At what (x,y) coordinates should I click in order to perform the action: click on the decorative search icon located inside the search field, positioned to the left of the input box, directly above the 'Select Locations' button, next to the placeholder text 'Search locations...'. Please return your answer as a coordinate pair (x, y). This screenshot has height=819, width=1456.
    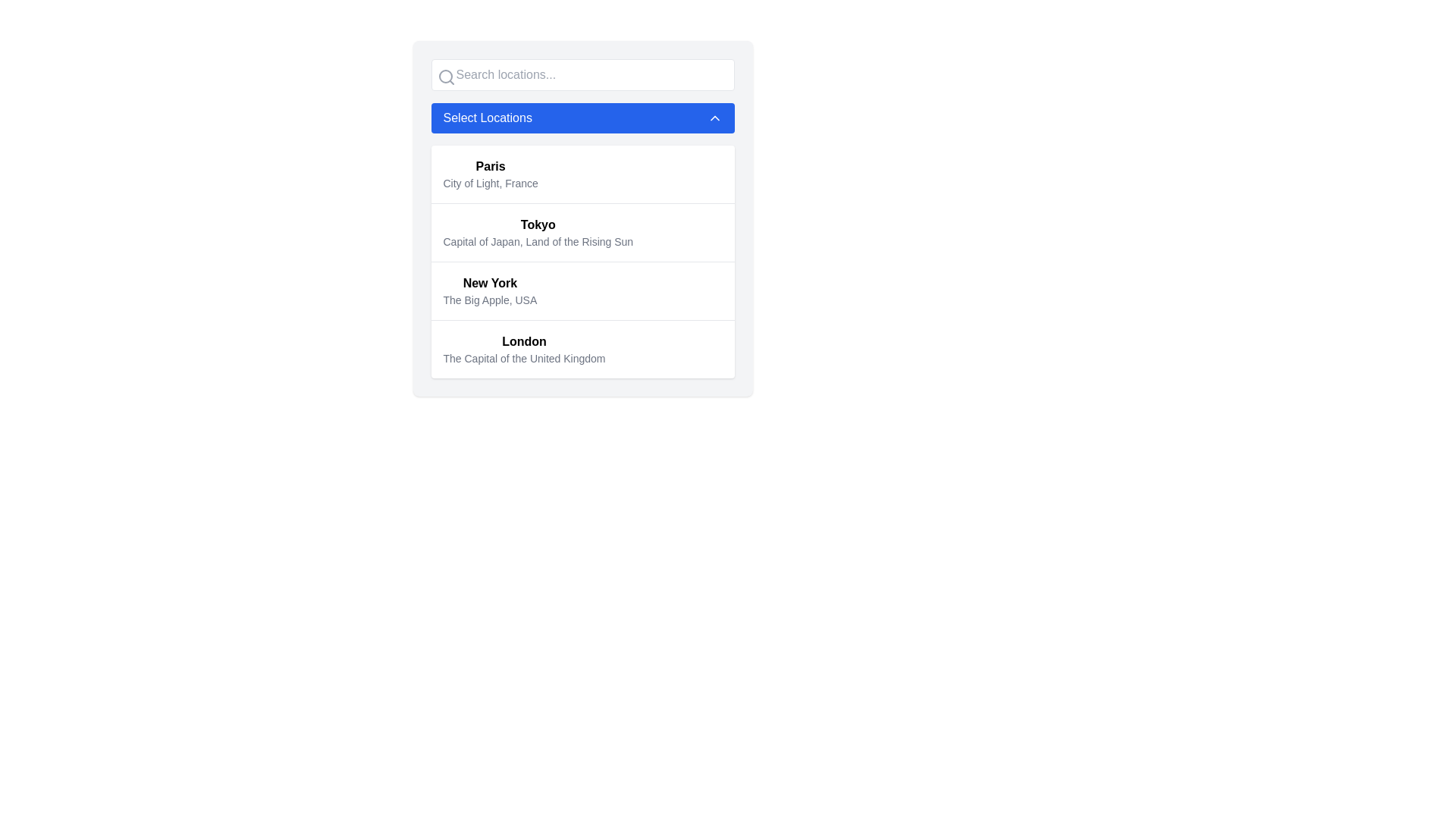
    Looking at the image, I should click on (445, 77).